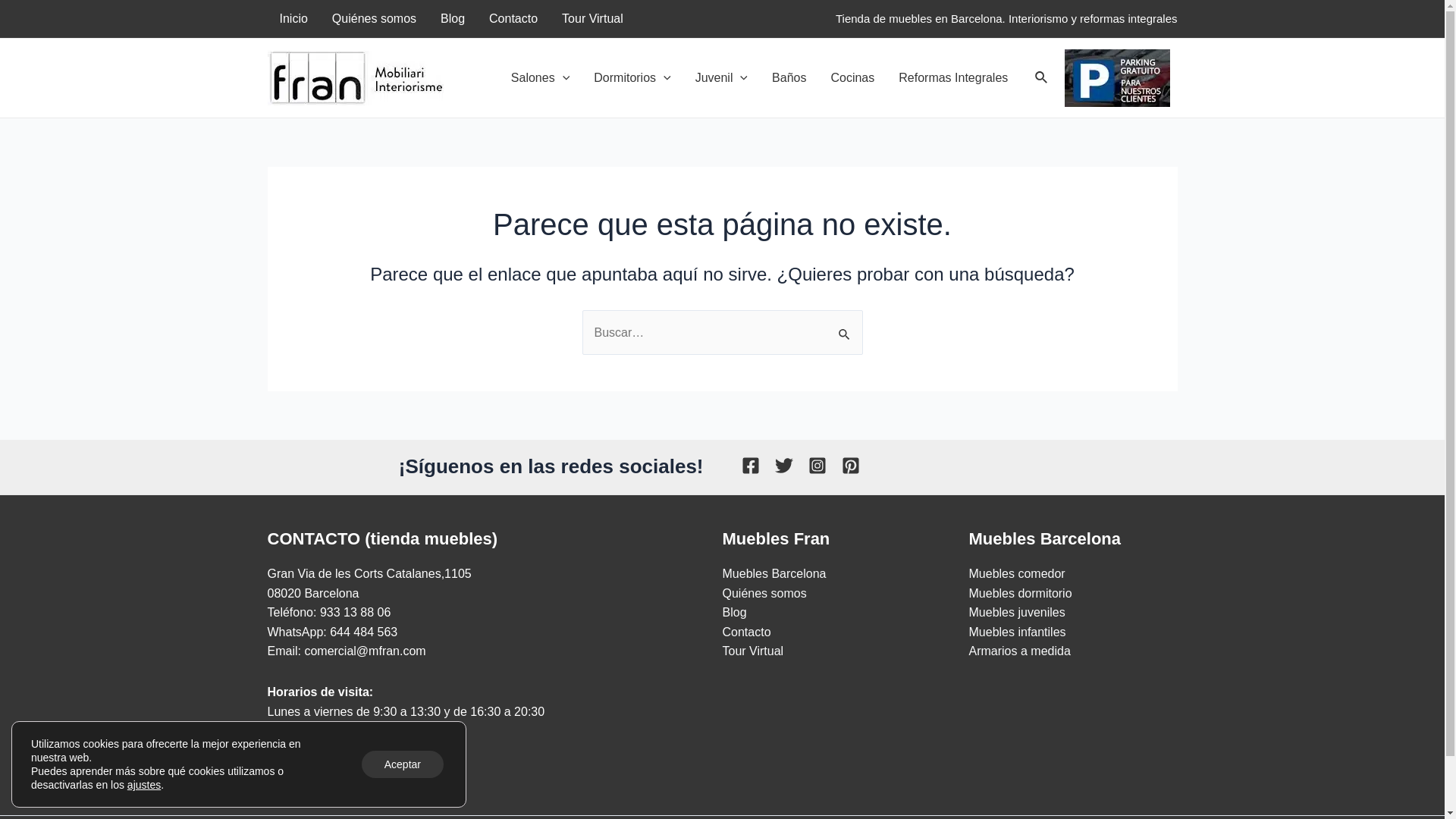 Image resolution: width=1456 pixels, height=819 pixels. Describe the element at coordinates (773, 573) in the screenshot. I see `'Muebles Barcelona'` at that location.